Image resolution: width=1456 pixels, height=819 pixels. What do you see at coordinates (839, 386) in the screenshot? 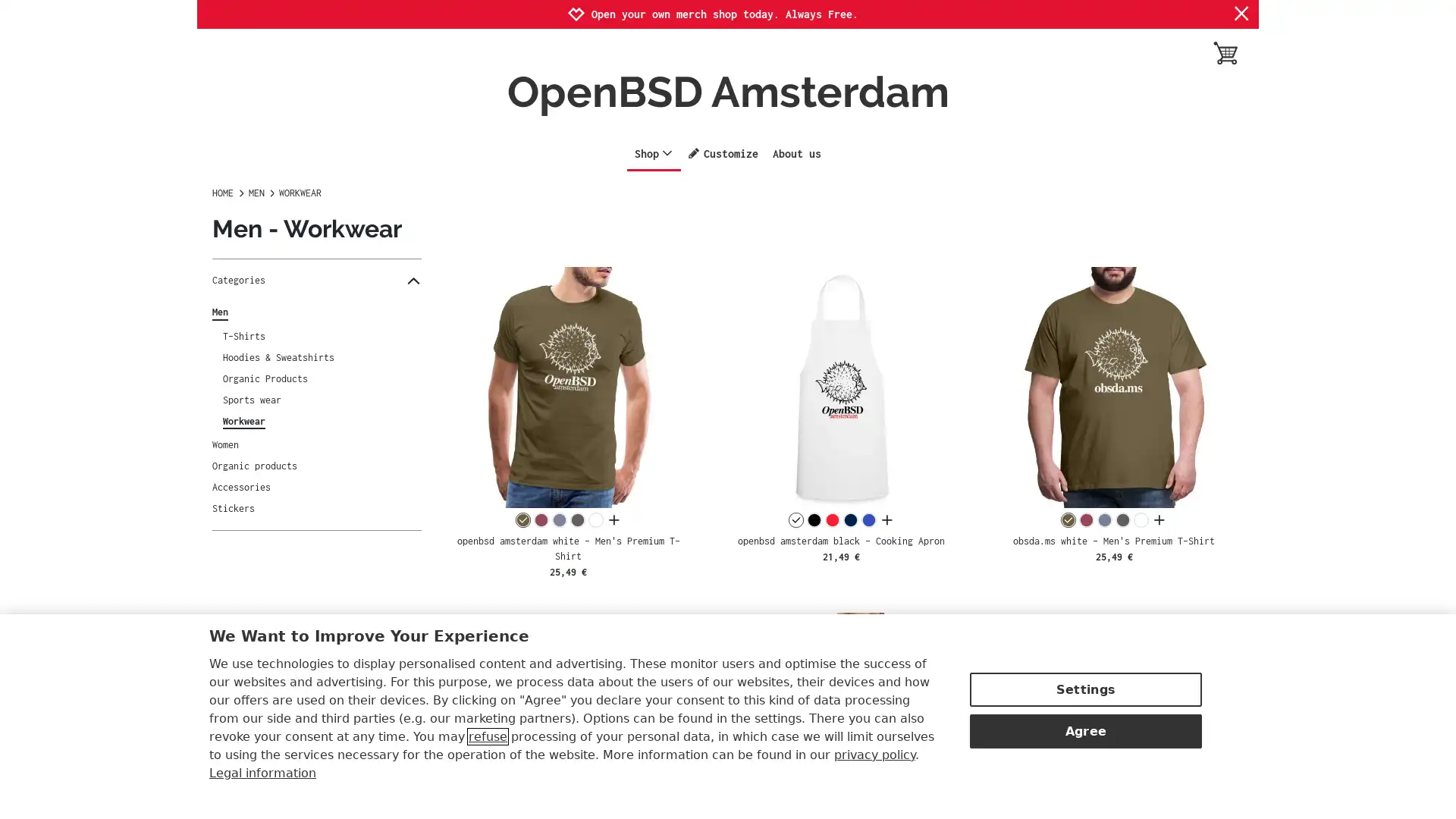
I see `openbsd amsterdam black - Cooking Apron` at bounding box center [839, 386].